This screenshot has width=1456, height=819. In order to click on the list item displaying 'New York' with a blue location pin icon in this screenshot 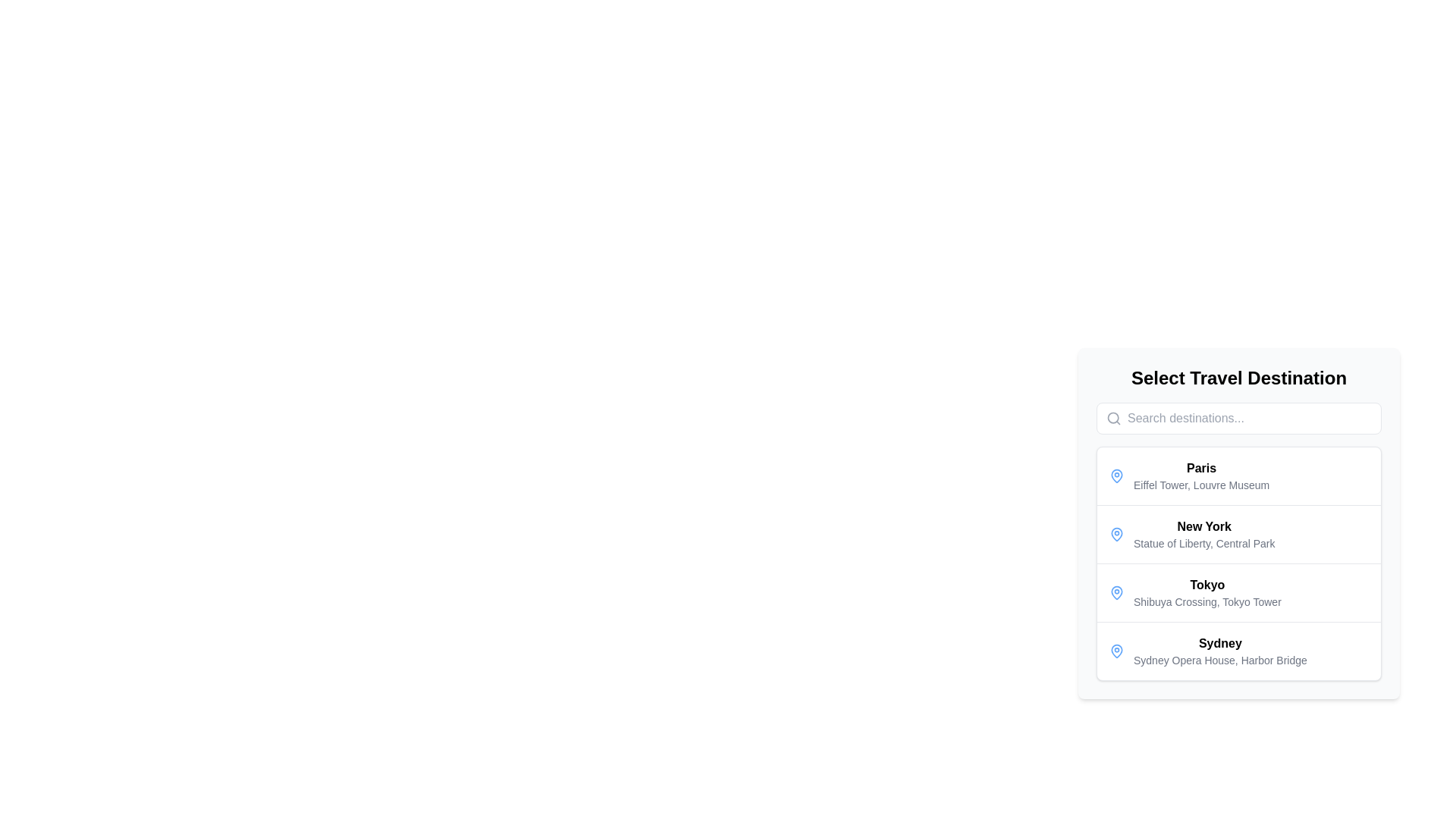, I will do `click(1238, 534)`.